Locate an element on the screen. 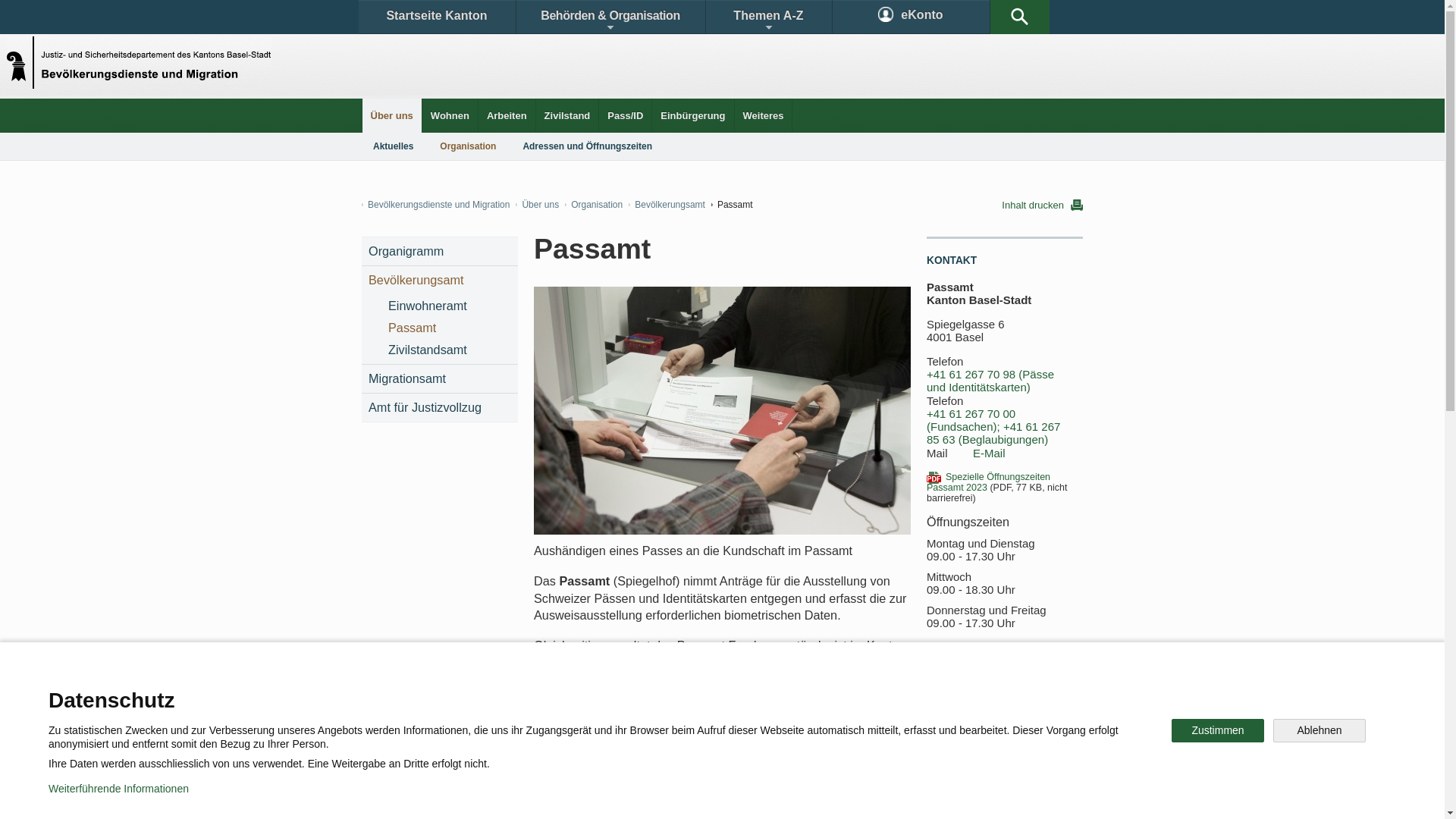 The image size is (1456, 819). 'Organisation' is located at coordinates (467, 146).